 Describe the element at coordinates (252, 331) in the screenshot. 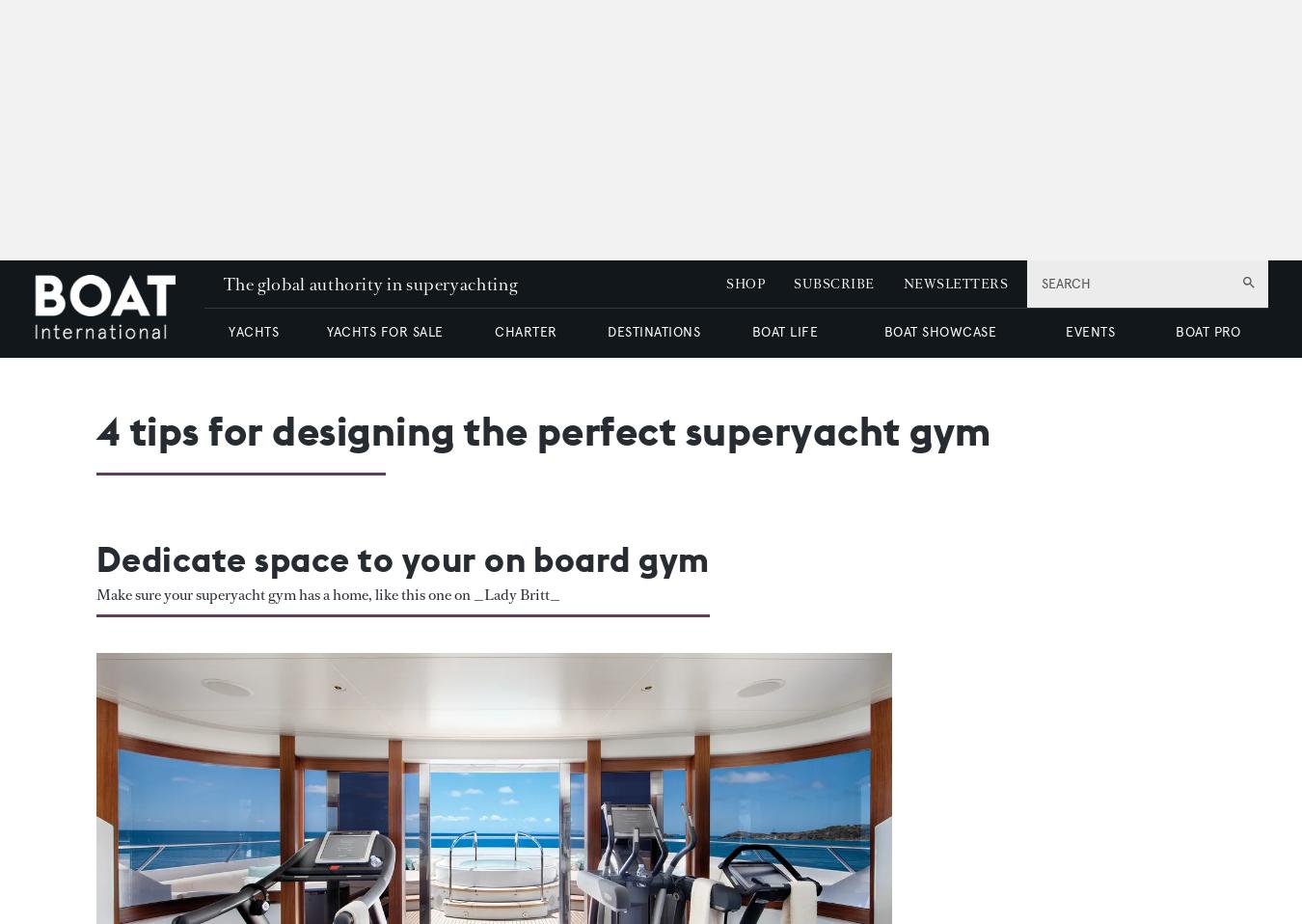

I see `'YACHTS'` at that location.